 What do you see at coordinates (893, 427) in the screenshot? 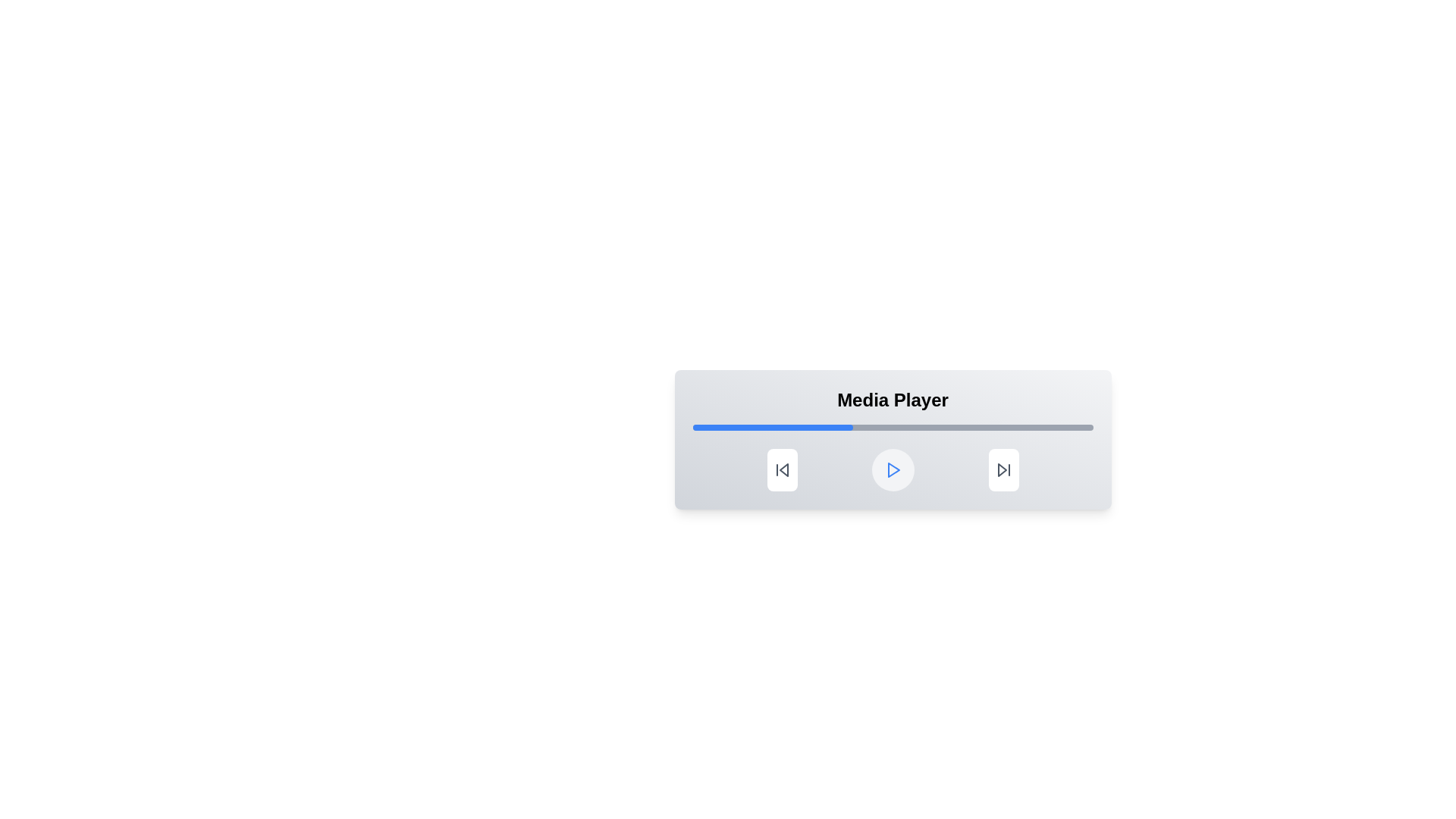
I see `the progress bar located horizontally above the playback buttons to seek a specific point in the media file` at bounding box center [893, 427].